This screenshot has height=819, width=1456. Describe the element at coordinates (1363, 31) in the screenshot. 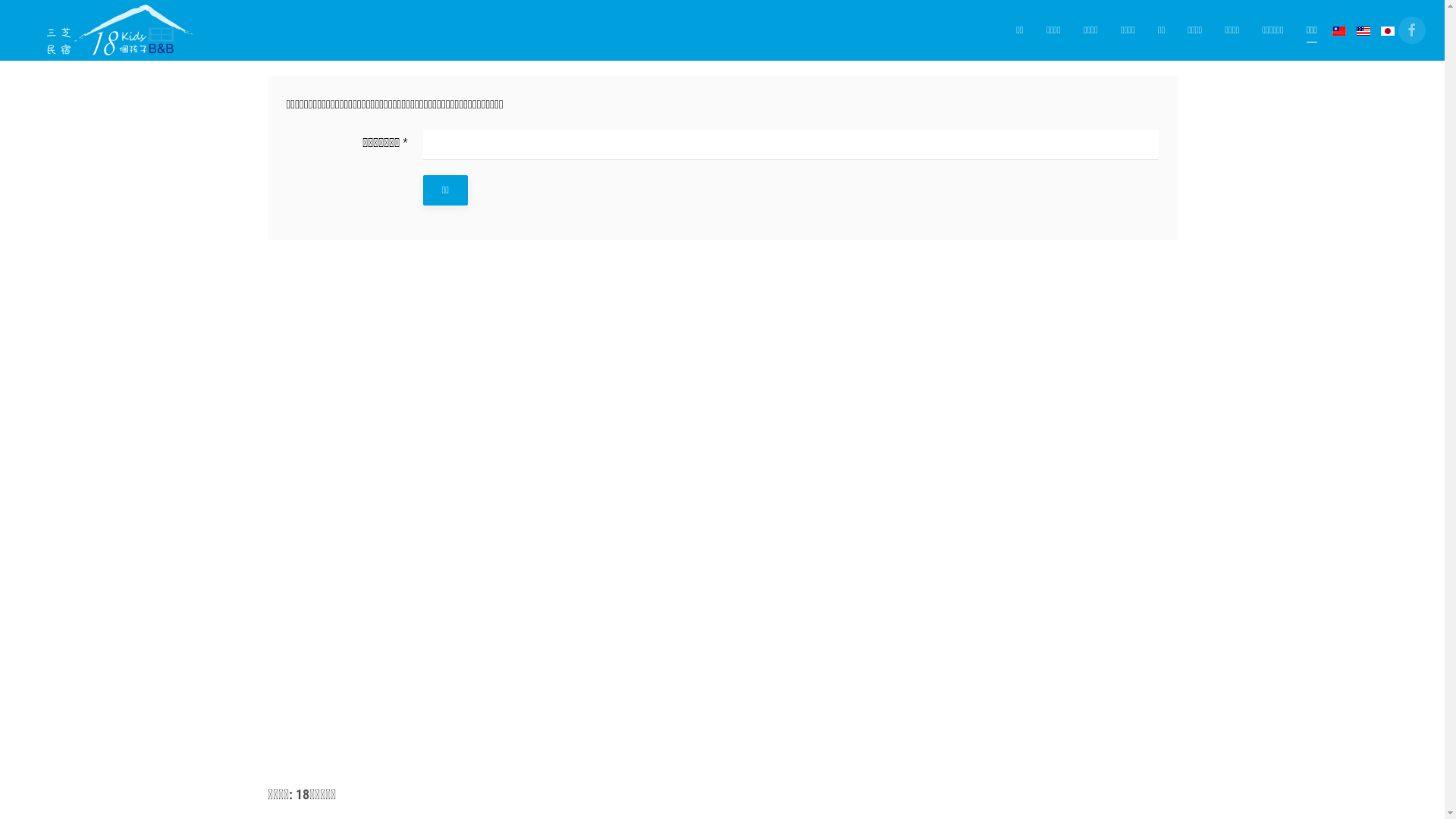

I see `'English (USA)'` at that location.